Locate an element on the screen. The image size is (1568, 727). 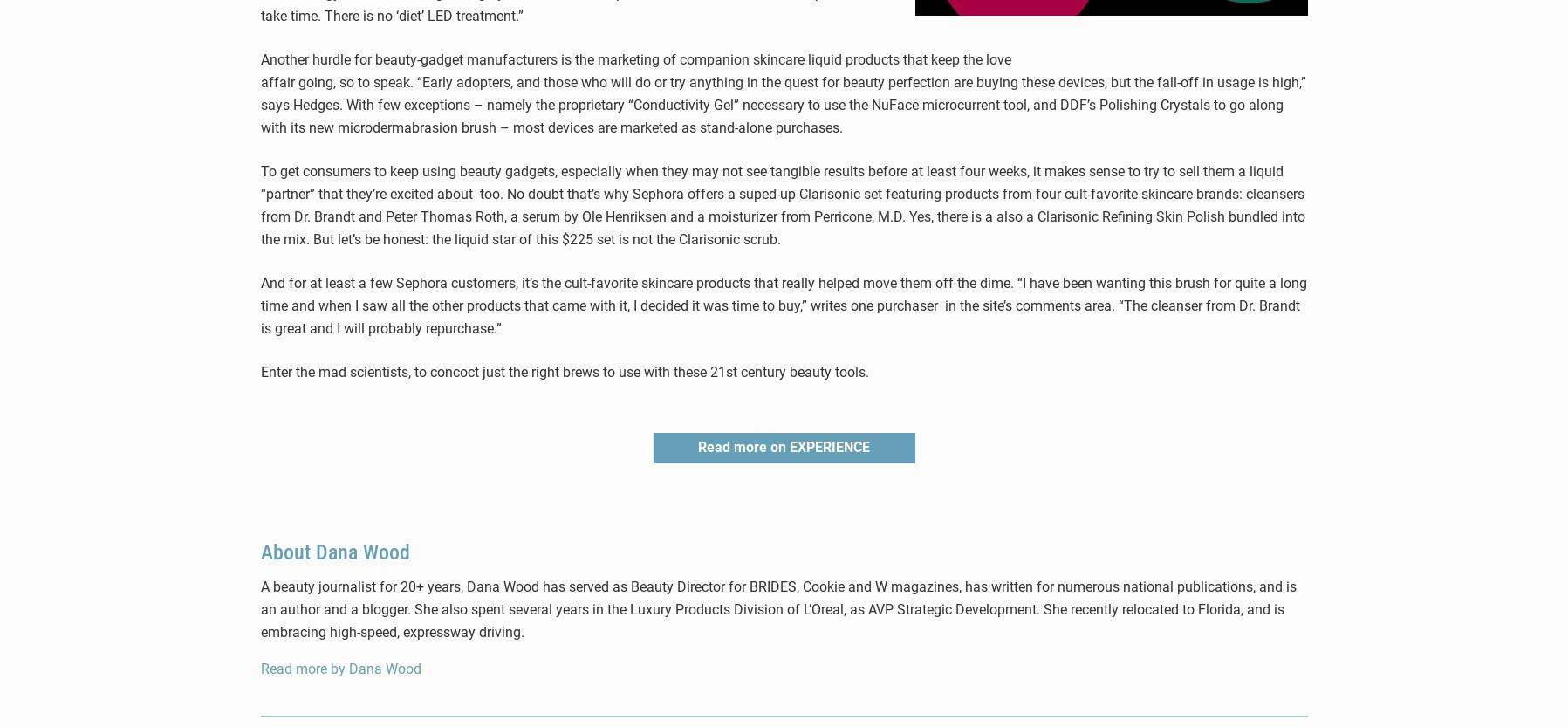
'Enter the mad scientists, to concoct just the right brews to use with these 21st century beauty tools.' is located at coordinates (259, 370).